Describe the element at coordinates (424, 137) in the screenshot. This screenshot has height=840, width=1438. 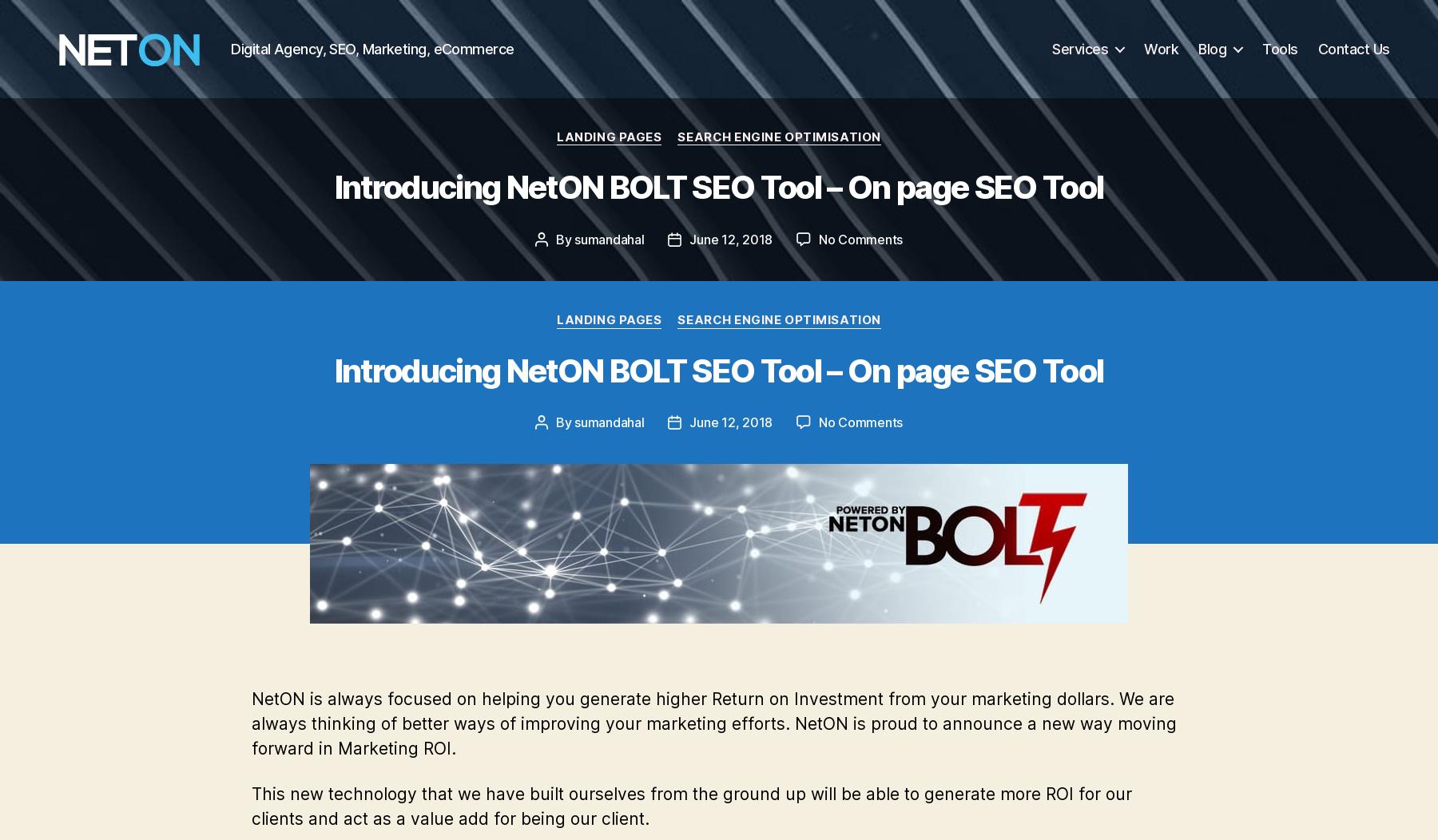
I see `'Checking of Code vs Text ratio in pages'` at that location.